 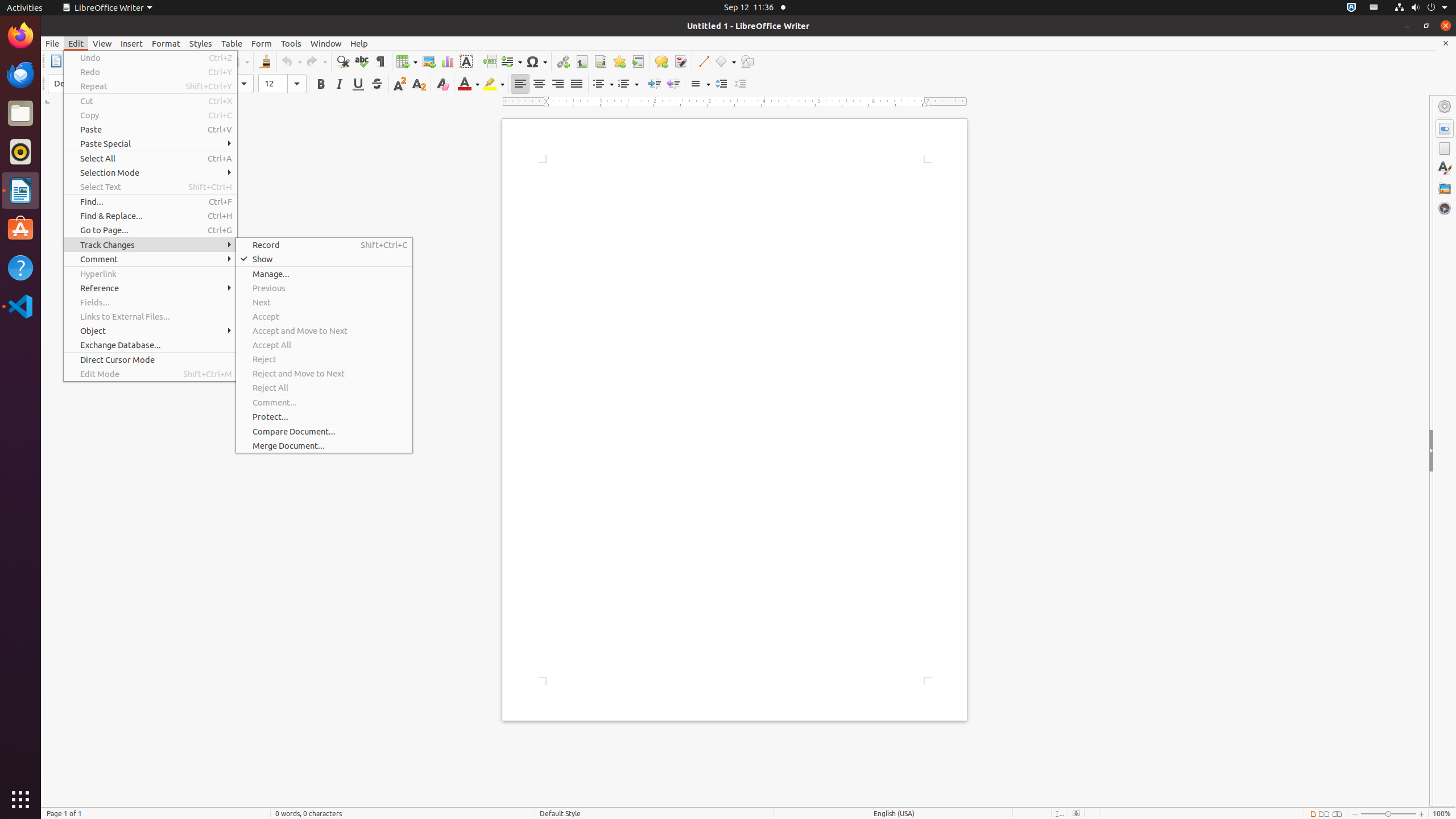 I want to click on 'Center', so click(x=538, y=83).